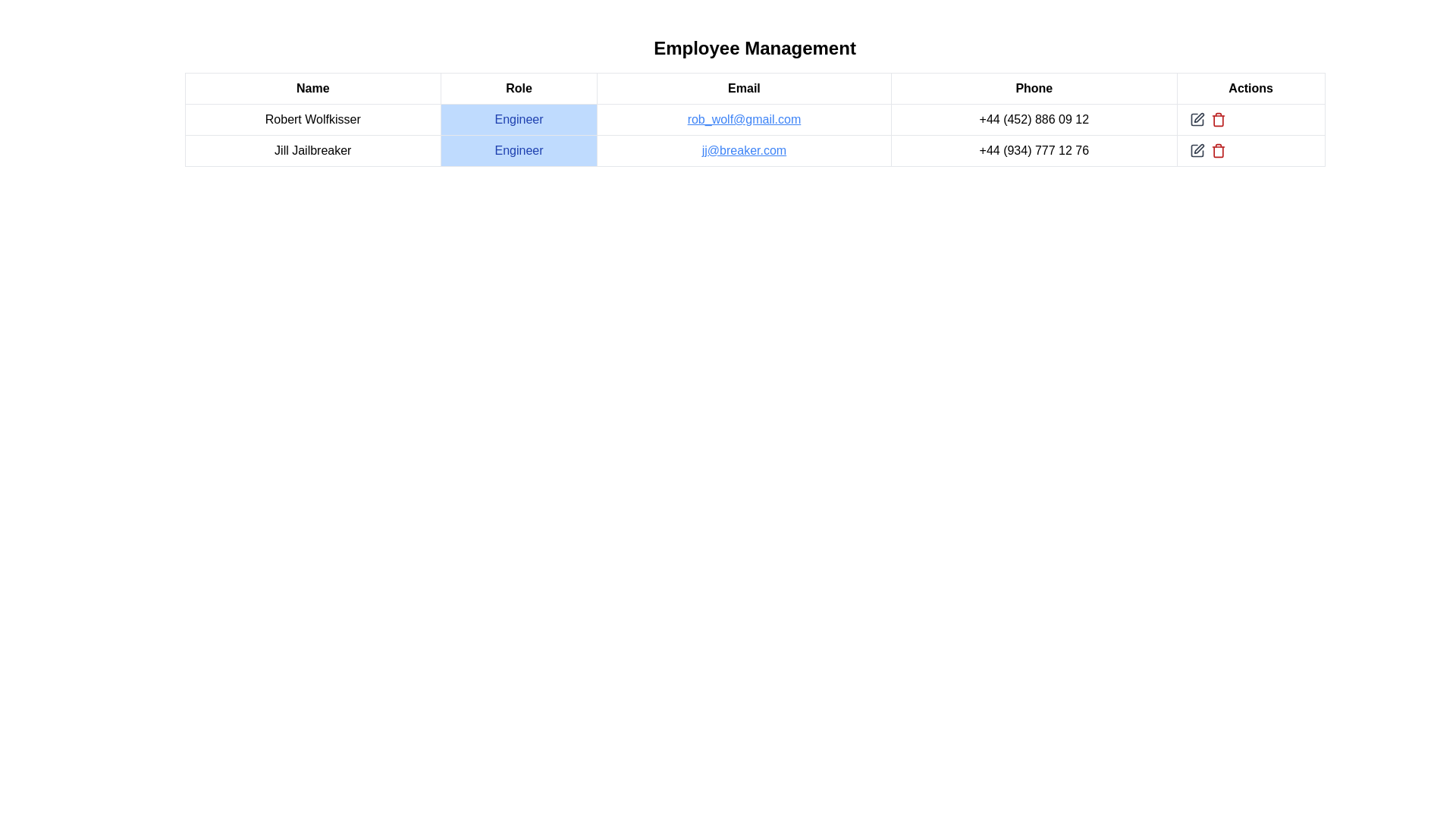  I want to click on the edit icon button in the 'Actions' column of the second row for the entry 'Jill Jailbreaker', so click(1198, 149).